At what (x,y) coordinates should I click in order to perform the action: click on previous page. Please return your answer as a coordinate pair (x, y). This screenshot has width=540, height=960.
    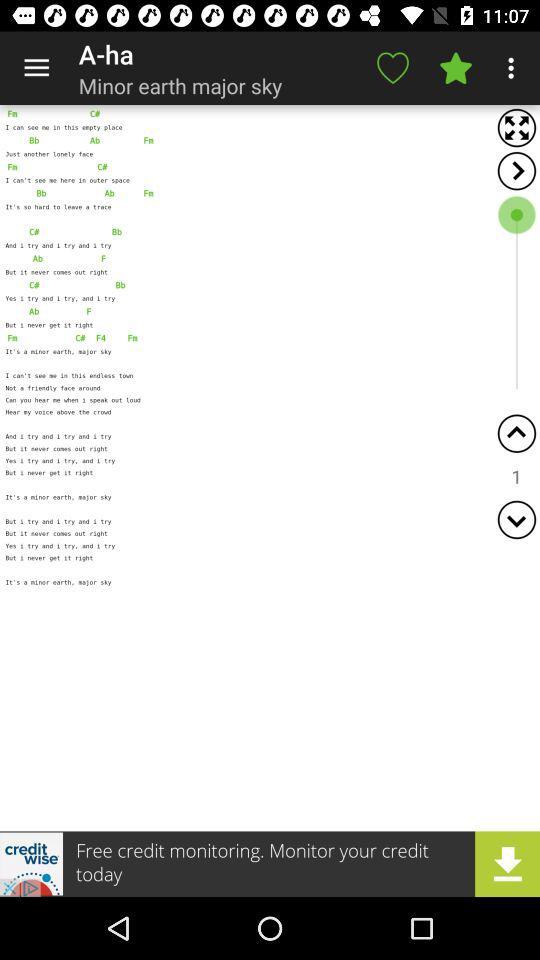
    Looking at the image, I should click on (516, 433).